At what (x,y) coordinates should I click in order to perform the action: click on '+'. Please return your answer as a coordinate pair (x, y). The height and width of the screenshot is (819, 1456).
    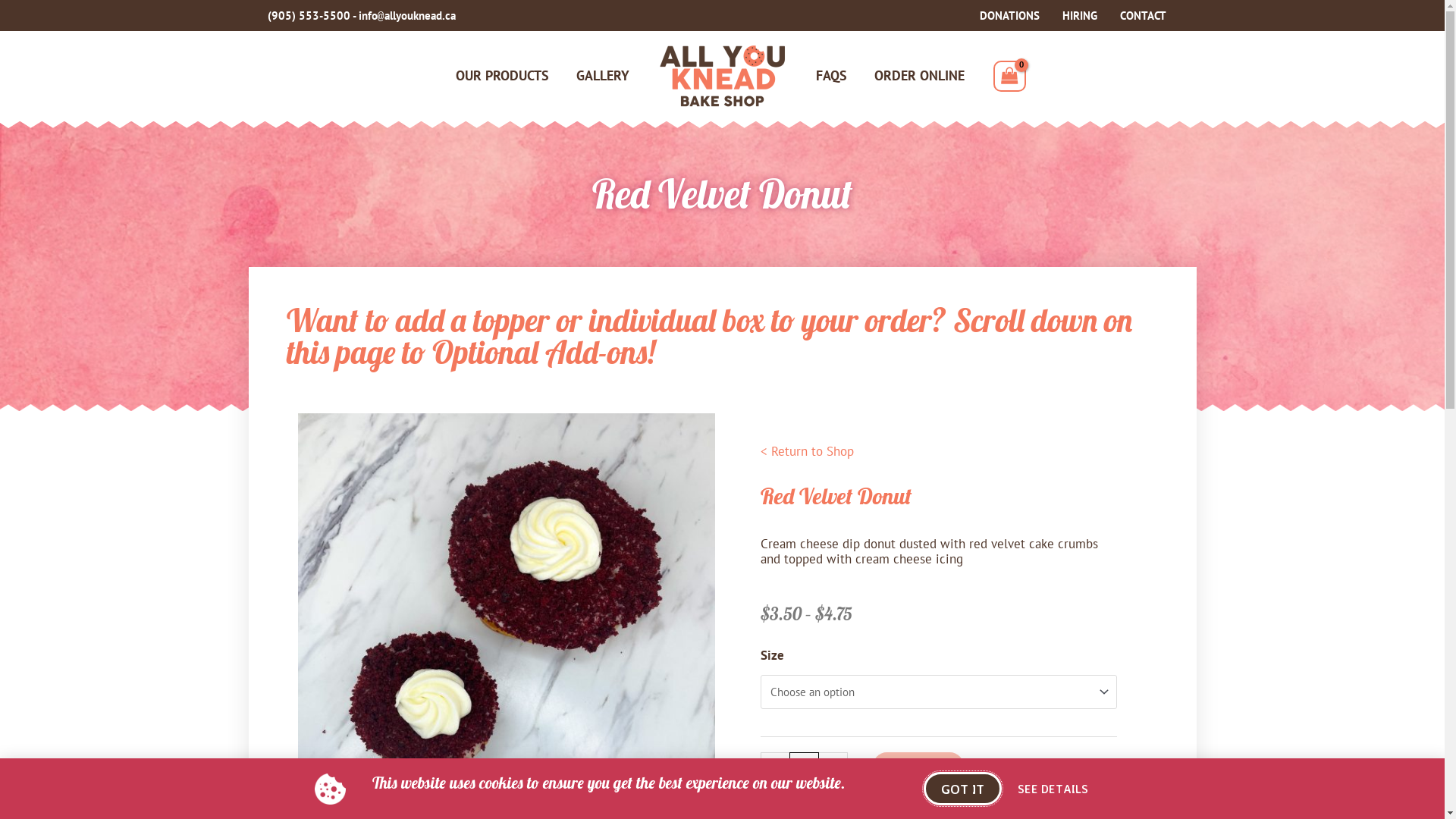
    Looking at the image, I should click on (833, 765).